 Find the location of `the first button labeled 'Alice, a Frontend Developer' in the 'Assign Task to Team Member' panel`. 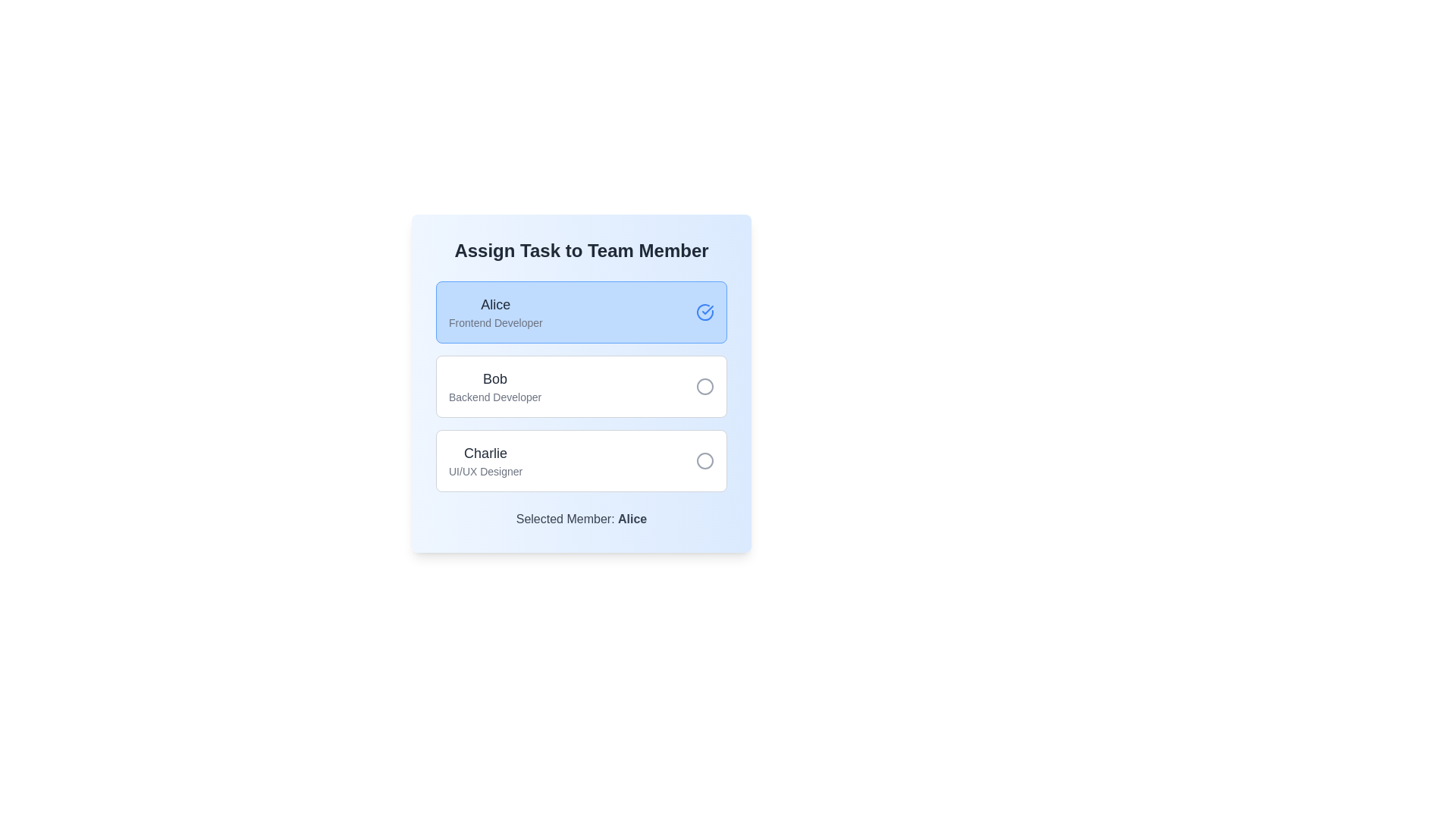

the first button labeled 'Alice, a Frontend Developer' in the 'Assign Task to Team Member' panel is located at coordinates (581, 312).